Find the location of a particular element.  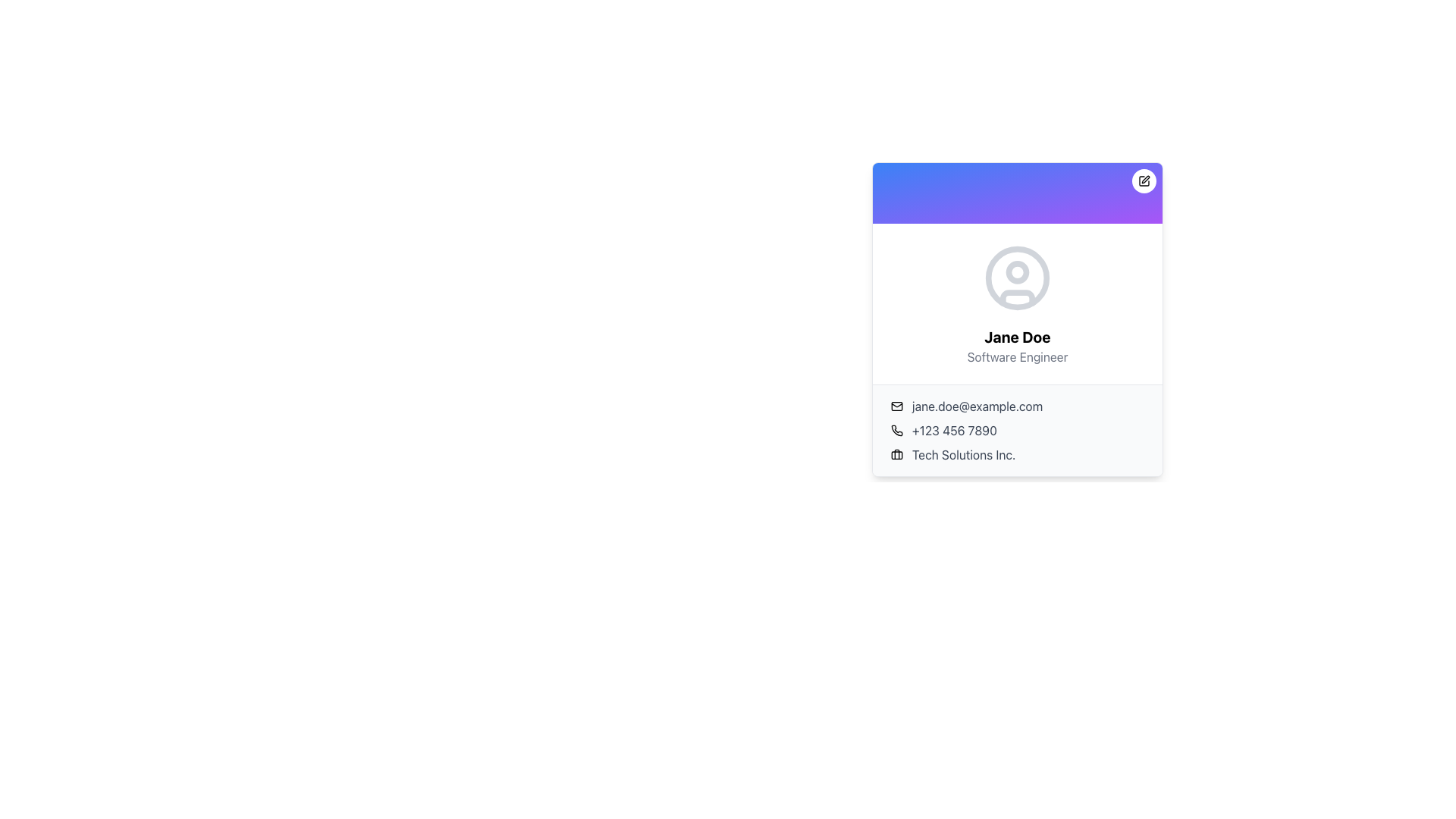

the envelope outline icon is located at coordinates (896, 406).